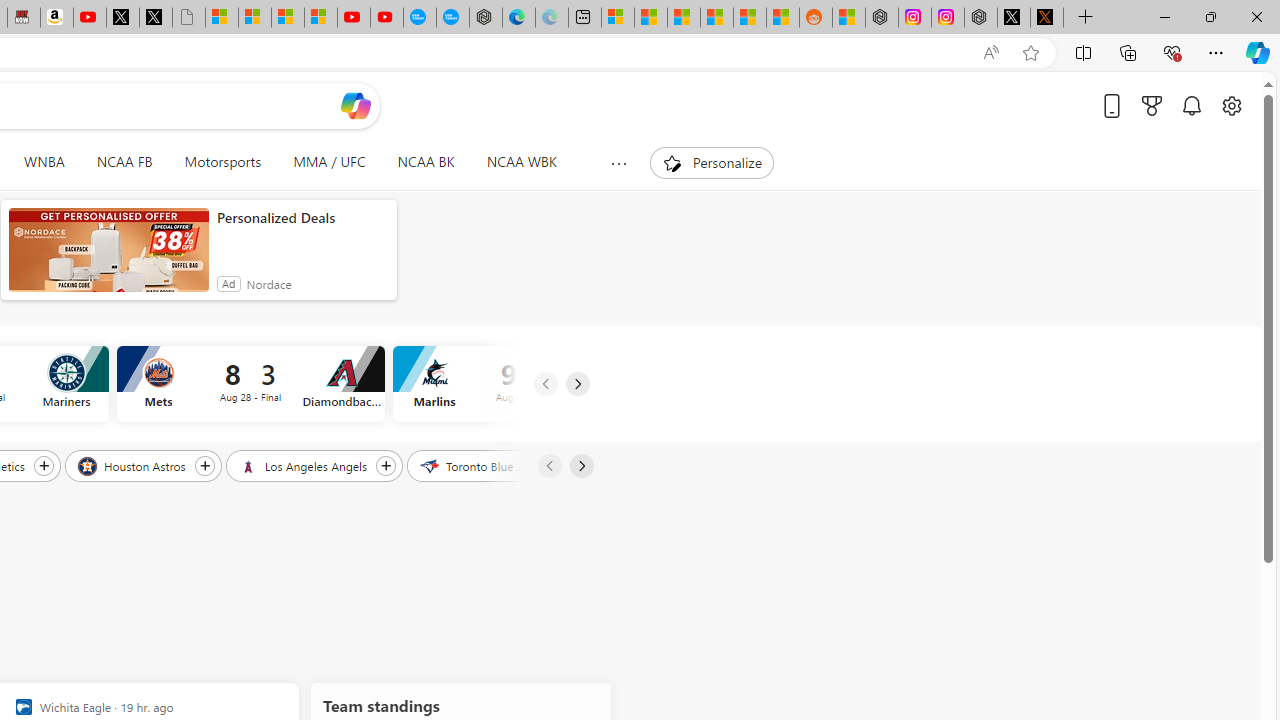 The width and height of the screenshot is (1280, 720). I want to click on 'Open settings', so click(1231, 105).